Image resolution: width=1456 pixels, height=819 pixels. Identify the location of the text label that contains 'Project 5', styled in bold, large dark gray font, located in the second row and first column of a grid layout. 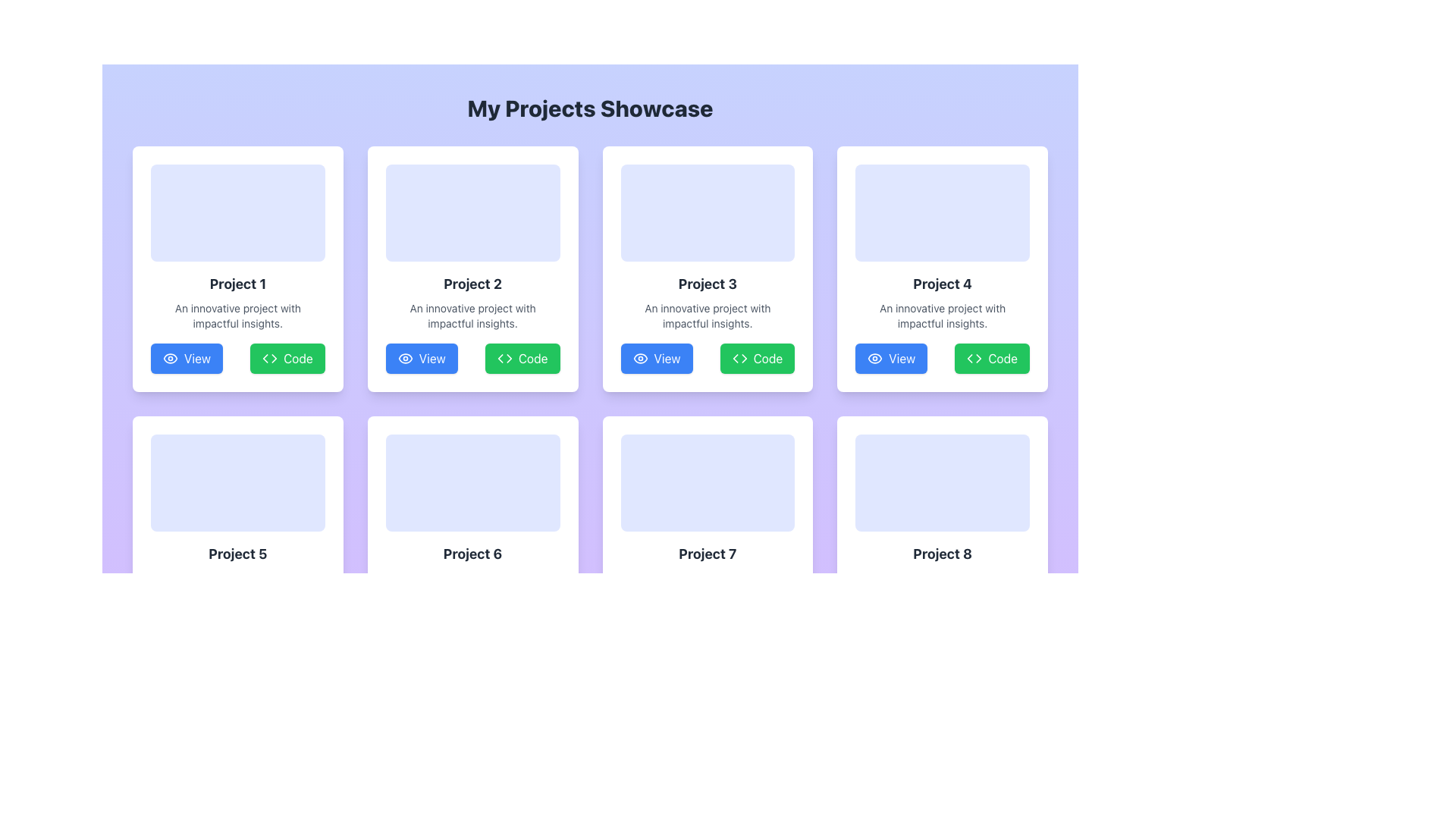
(237, 554).